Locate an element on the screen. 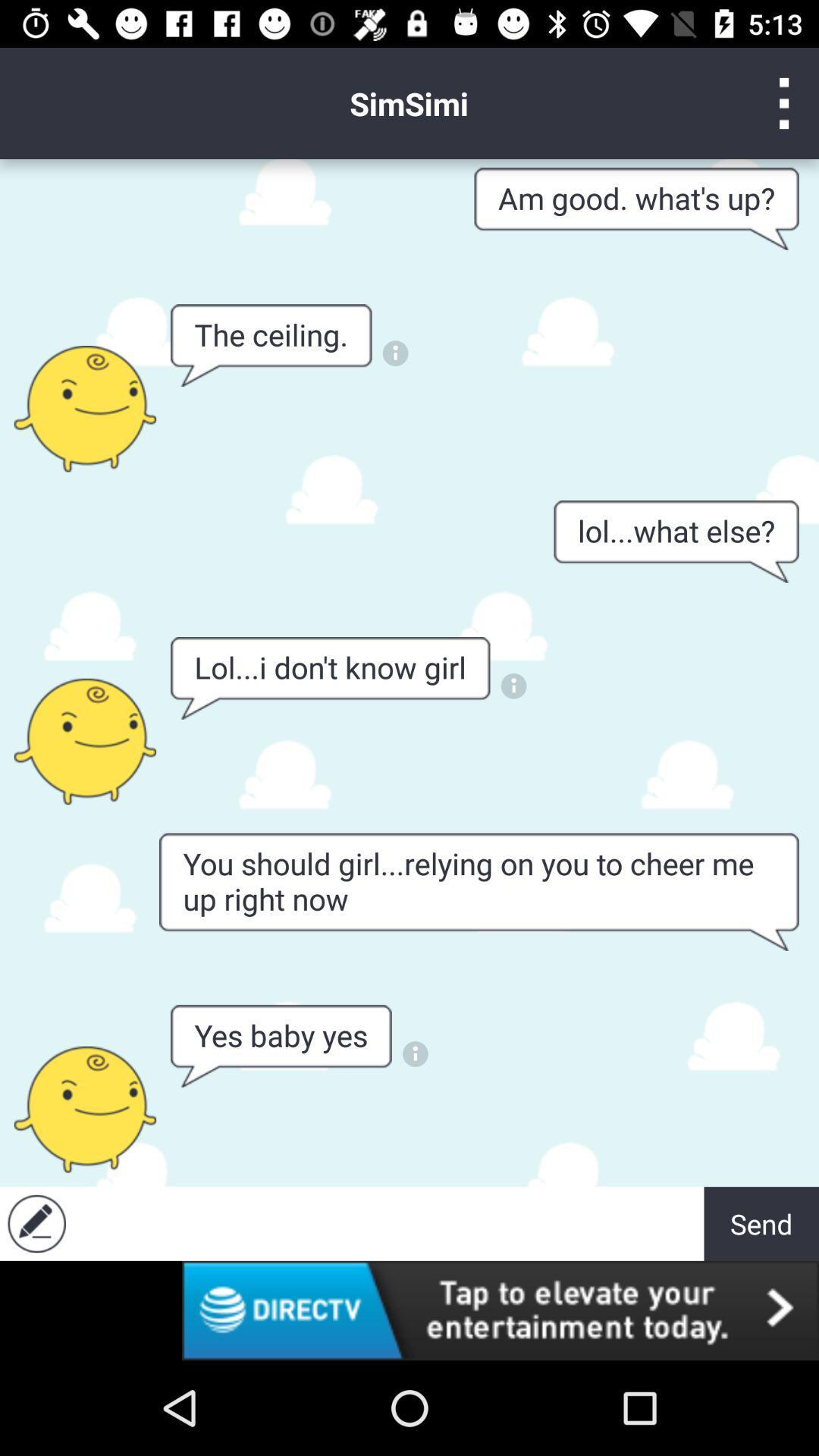 Image resolution: width=819 pixels, height=1456 pixels. see info is located at coordinates (513, 685).